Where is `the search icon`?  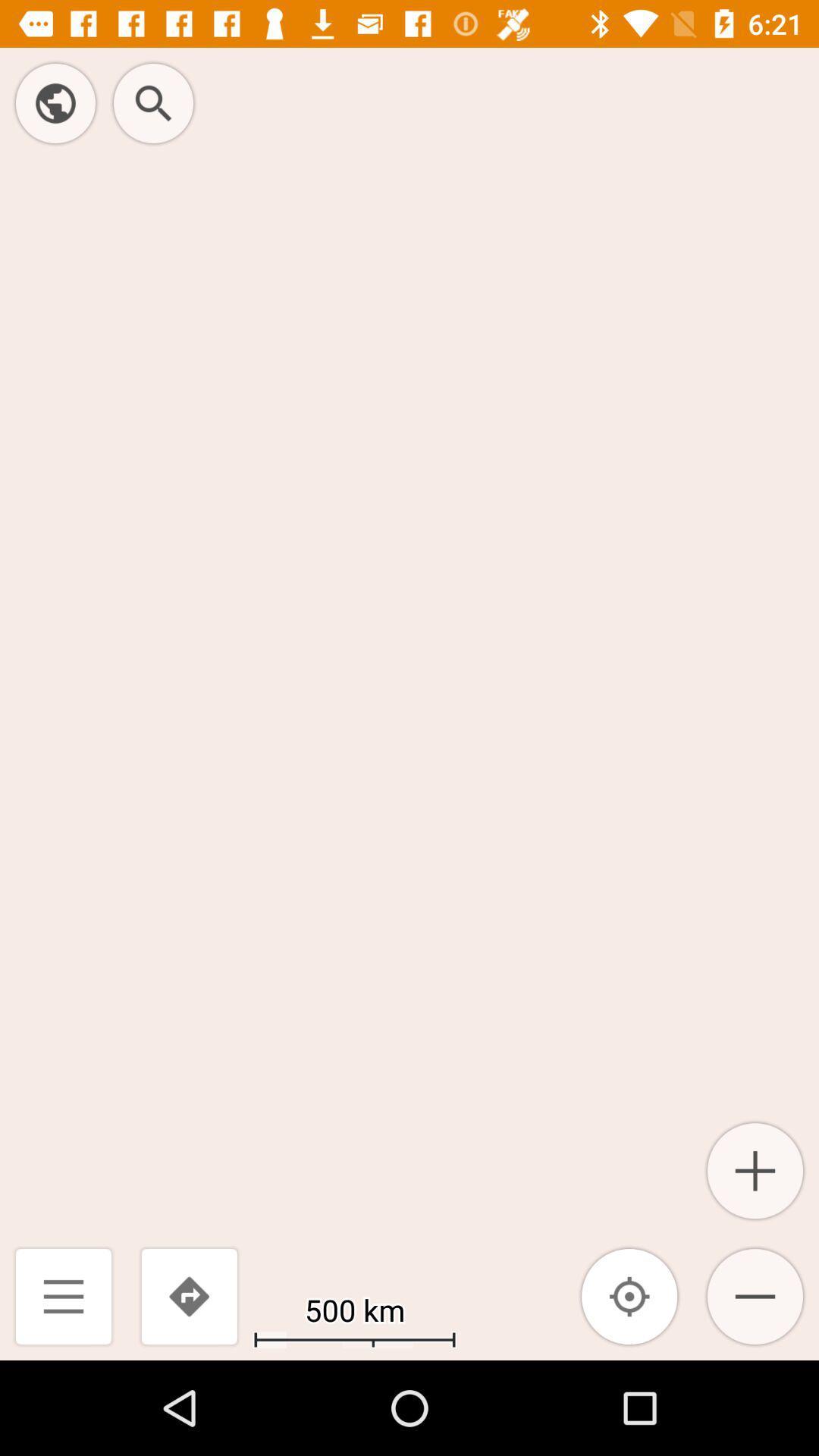 the search icon is located at coordinates (153, 102).